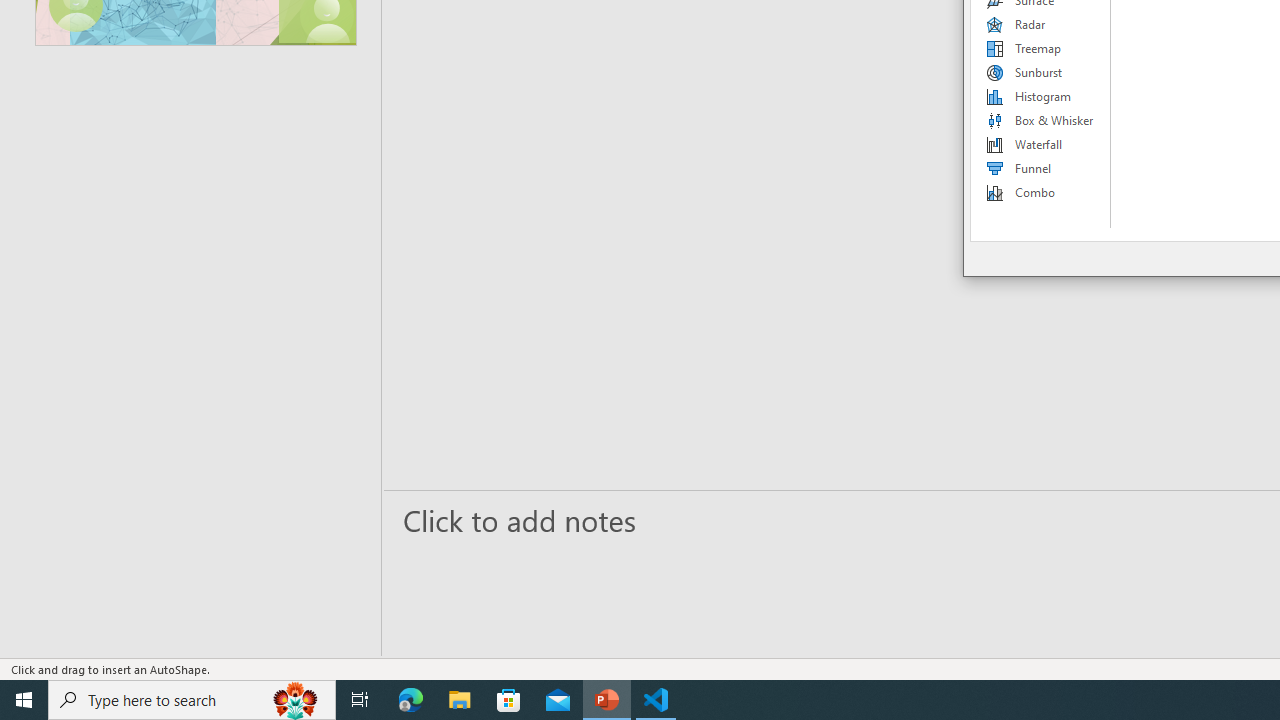 The height and width of the screenshot is (720, 1280). What do you see at coordinates (1040, 192) in the screenshot?
I see `'Combo'` at bounding box center [1040, 192].